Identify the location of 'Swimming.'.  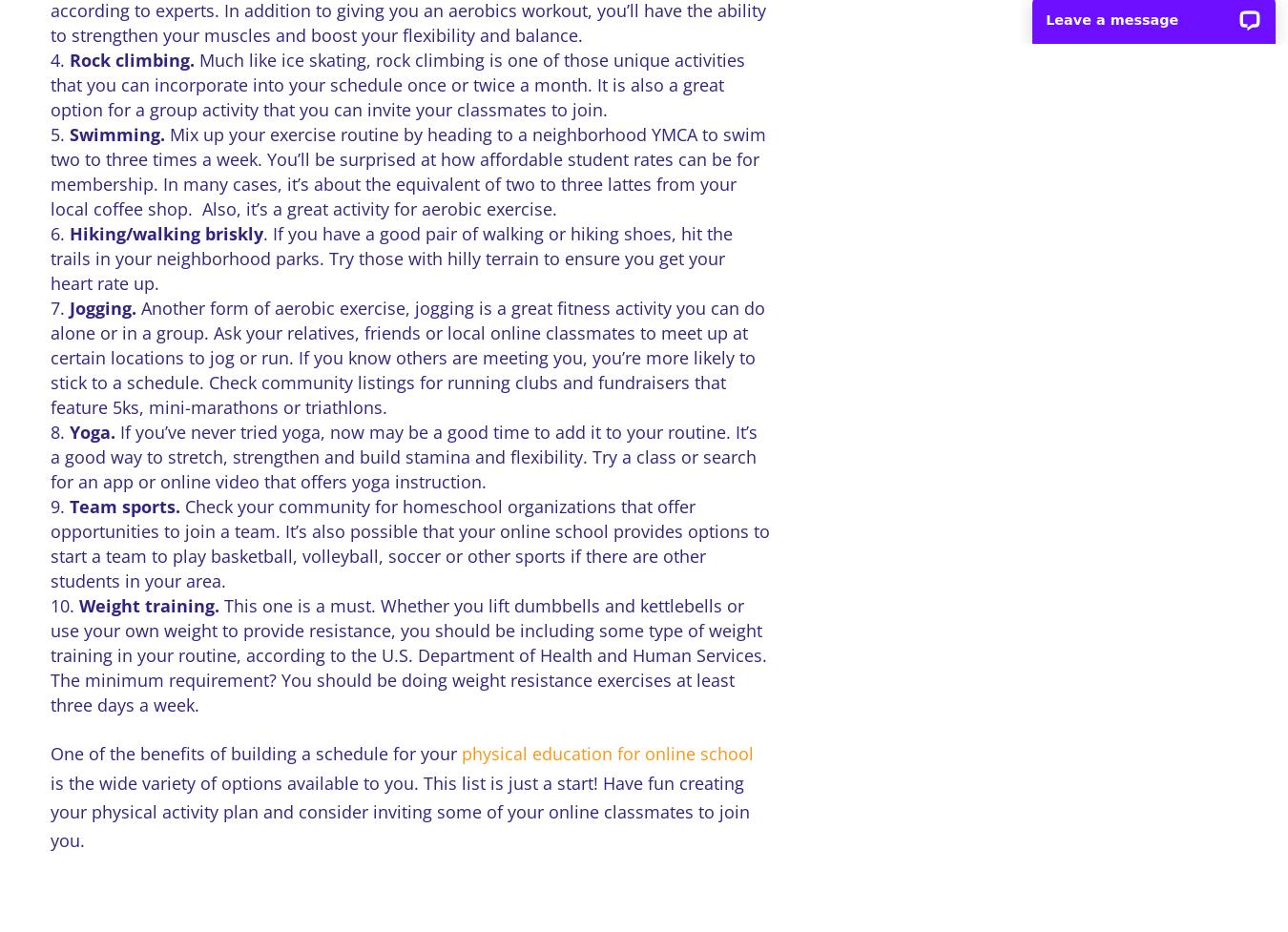
(67, 134).